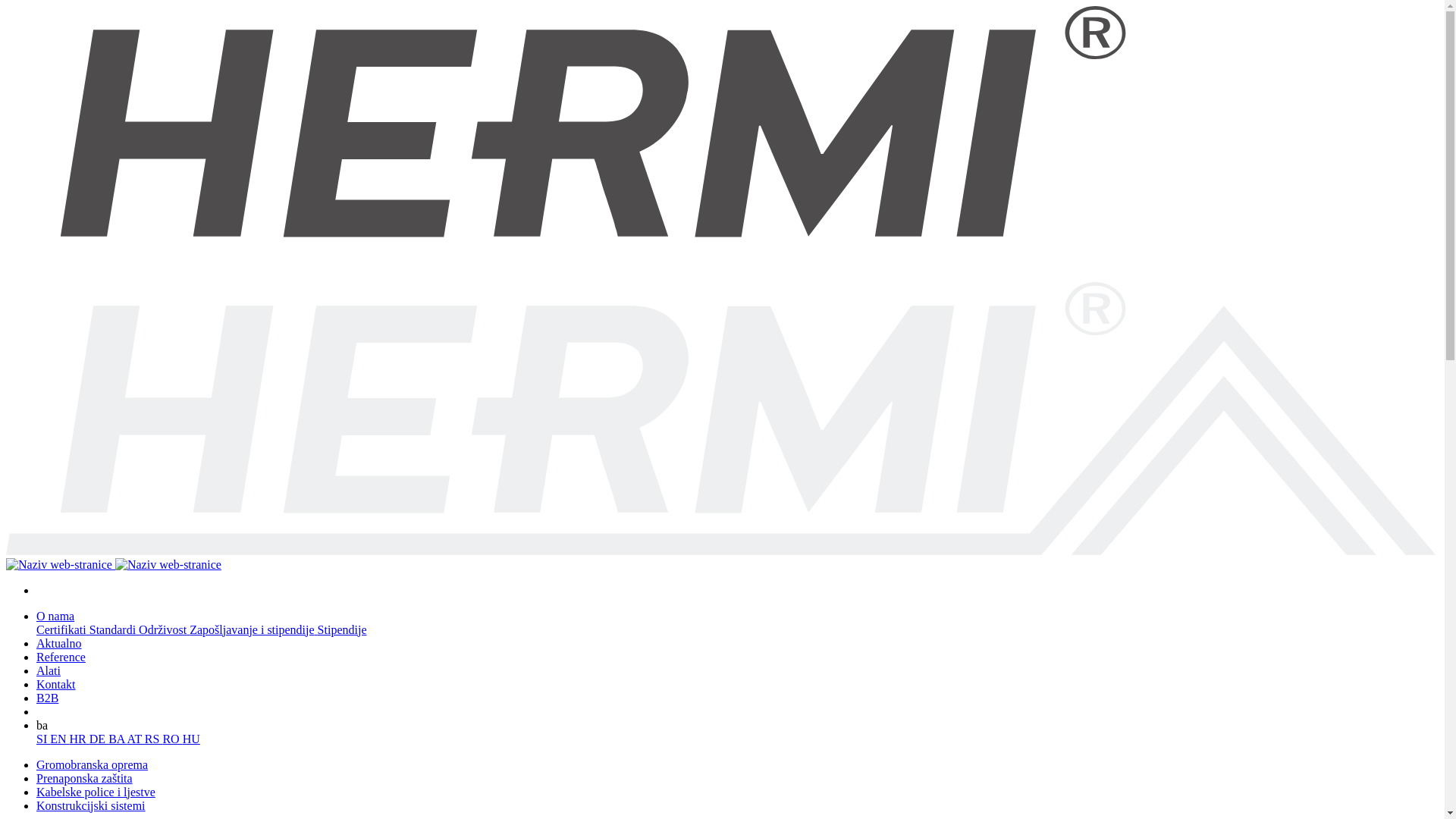 This screenshot has height=819, width=1456. What do you see at coordinates (95, 791) in the screenshot?
I see `'Kabelske police i ljestve'` at bounding box center [95, 791].